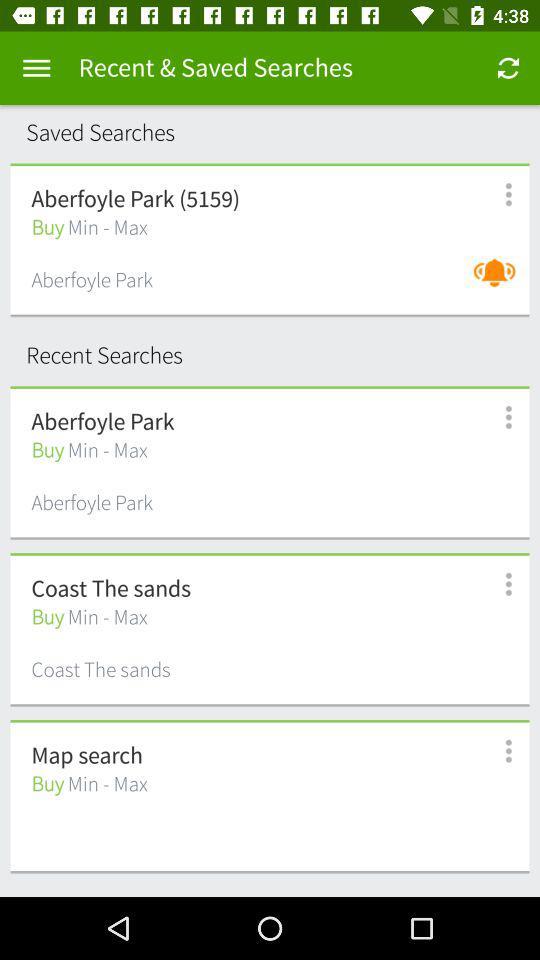 The image size is (540, 960). What do you see at coordinates (496, 416) in the screenshot?
I see `open description` at bounding box center [496, 416].